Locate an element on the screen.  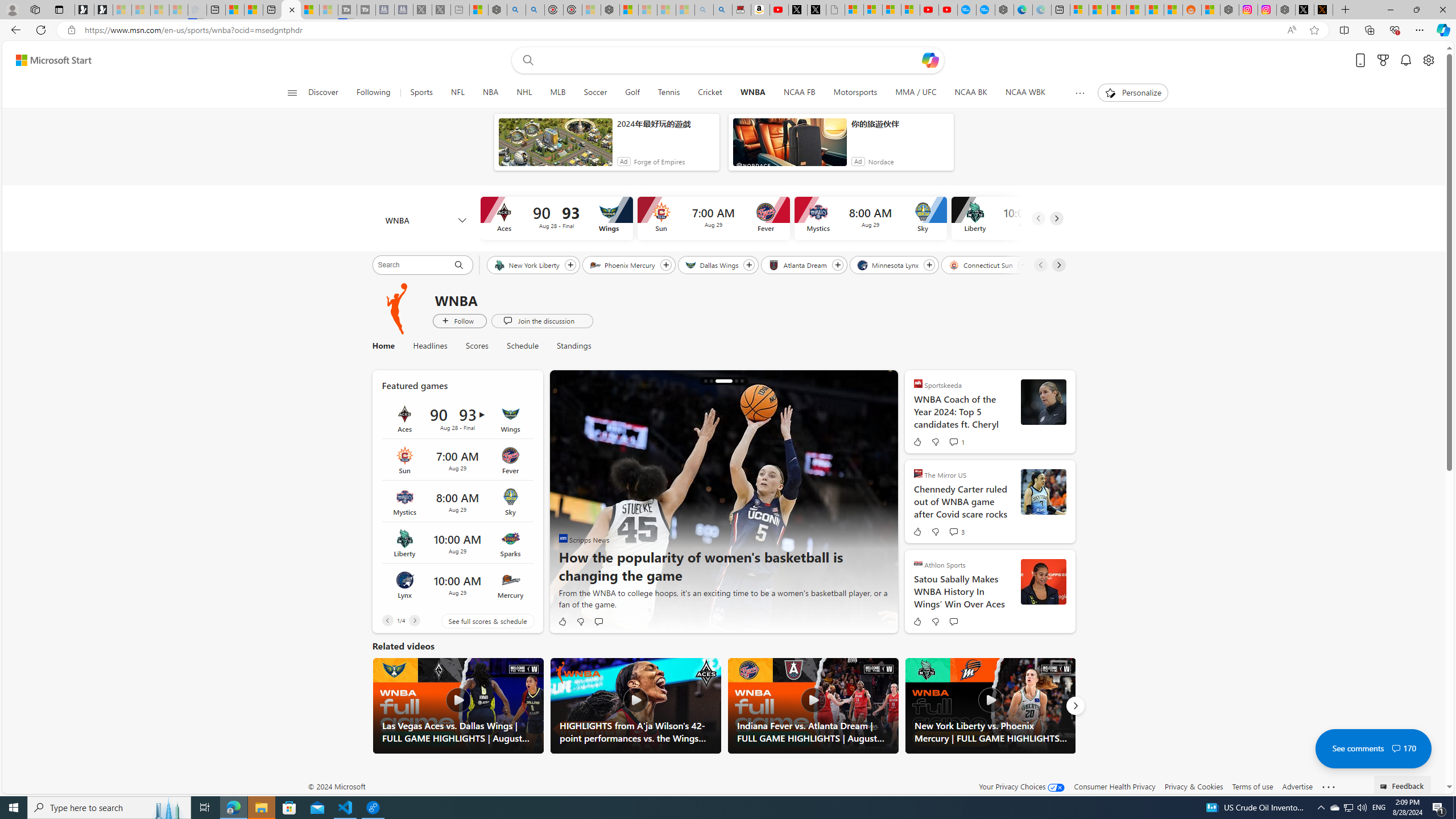
'poe ++ standard - Search' is located at coordinates (534, 9).